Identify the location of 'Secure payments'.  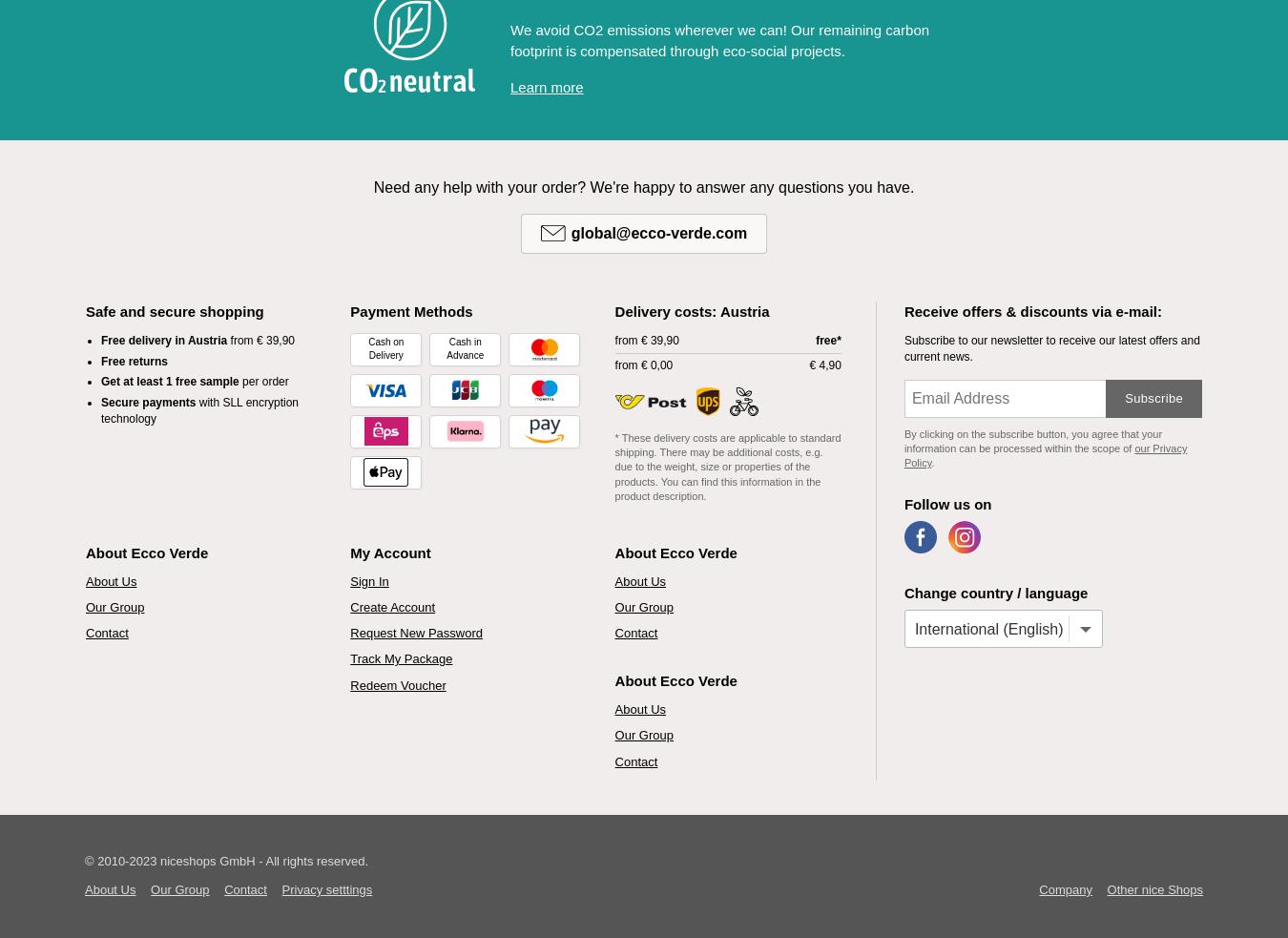
(148, 401).